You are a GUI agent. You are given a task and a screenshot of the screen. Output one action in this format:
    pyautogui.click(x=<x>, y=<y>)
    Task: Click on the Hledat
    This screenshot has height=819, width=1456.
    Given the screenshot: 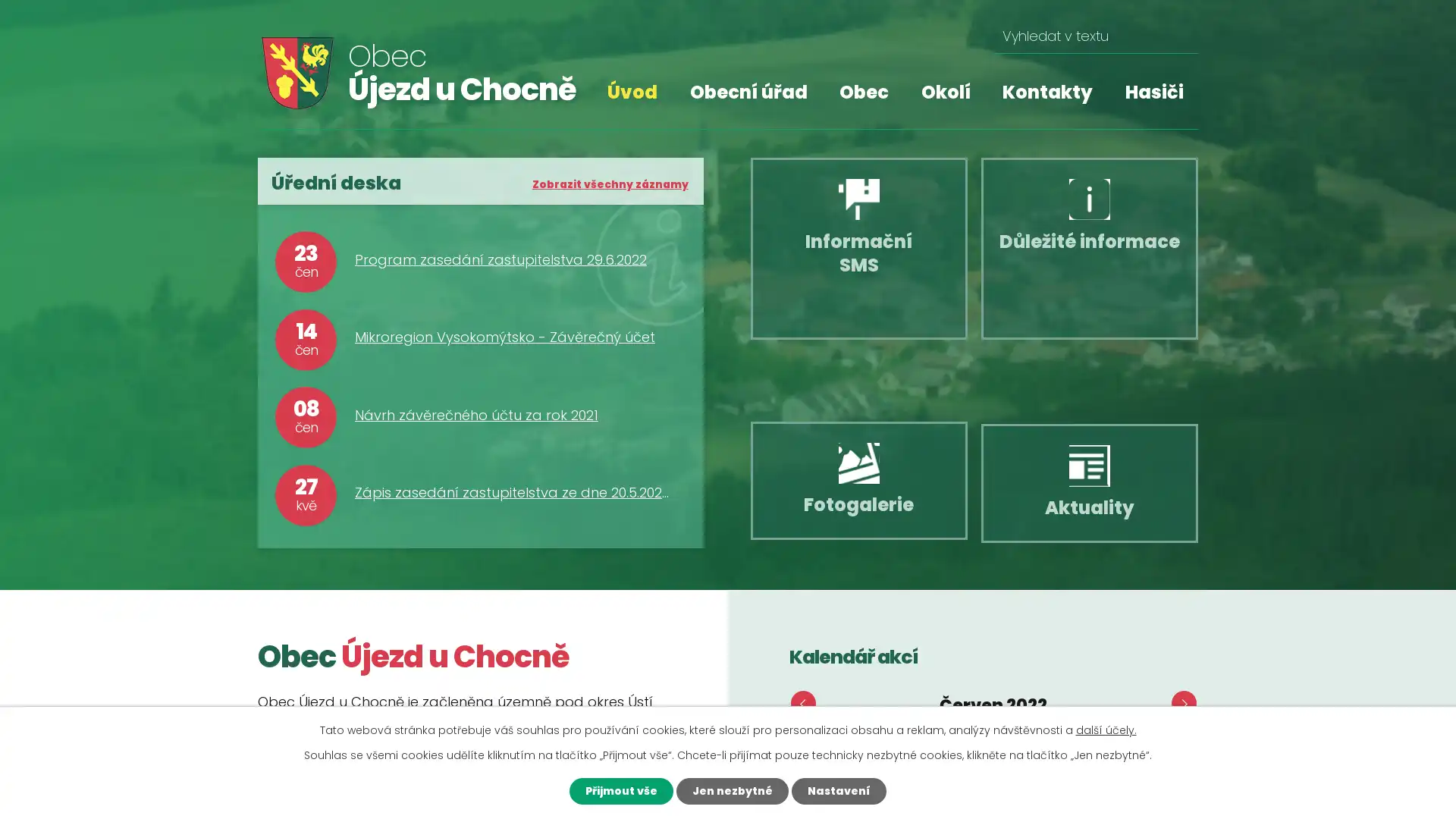 What is the action you would take?
    pyautogui.click(x=1180, y=36)
    